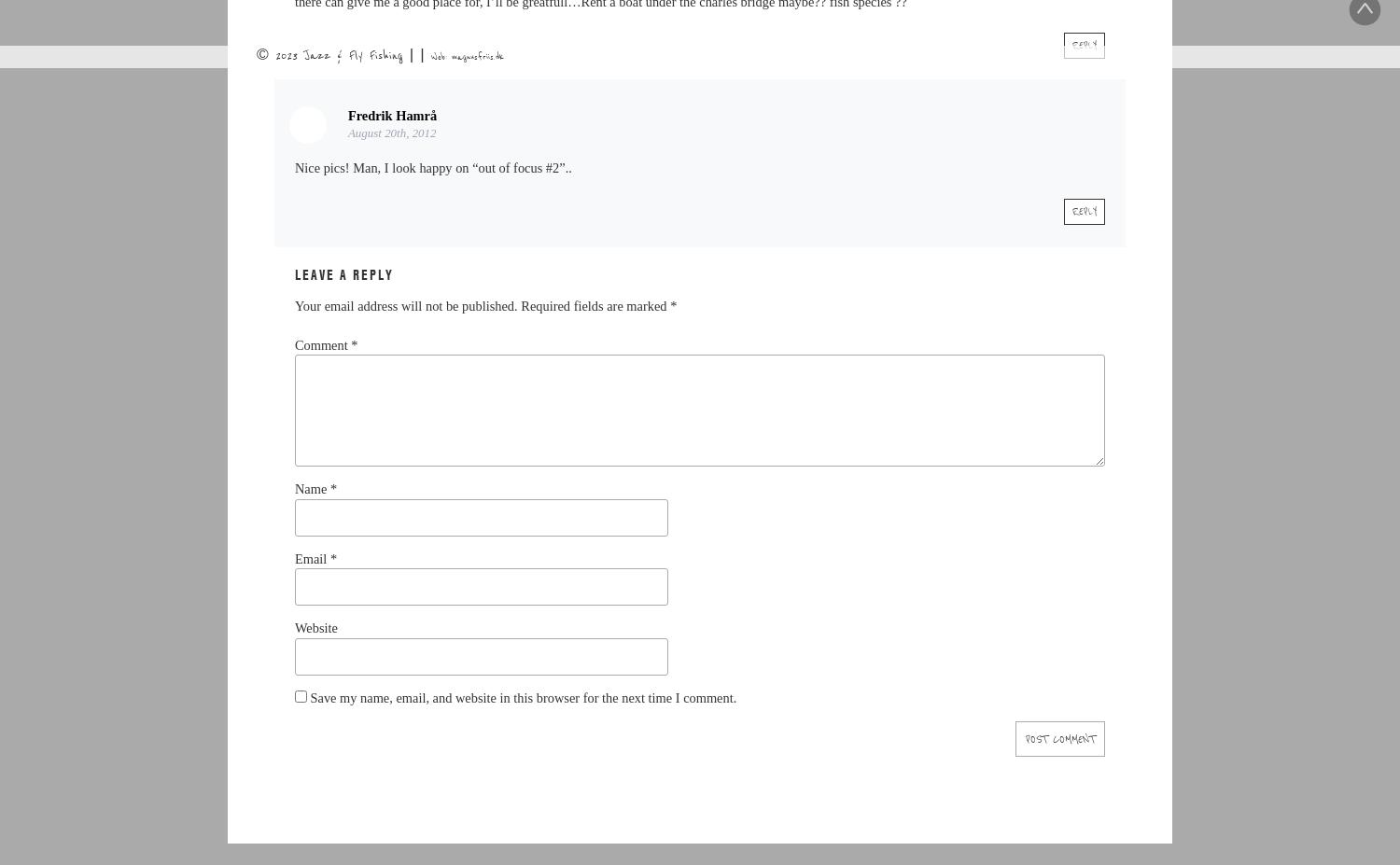 Image resolution: width=1400 pixels, height=865 pixels. What do you see at coordinates (346, 115) in the screenshot?
I see `'Fredrik Hamrå'` at bounding box center [346, 115].